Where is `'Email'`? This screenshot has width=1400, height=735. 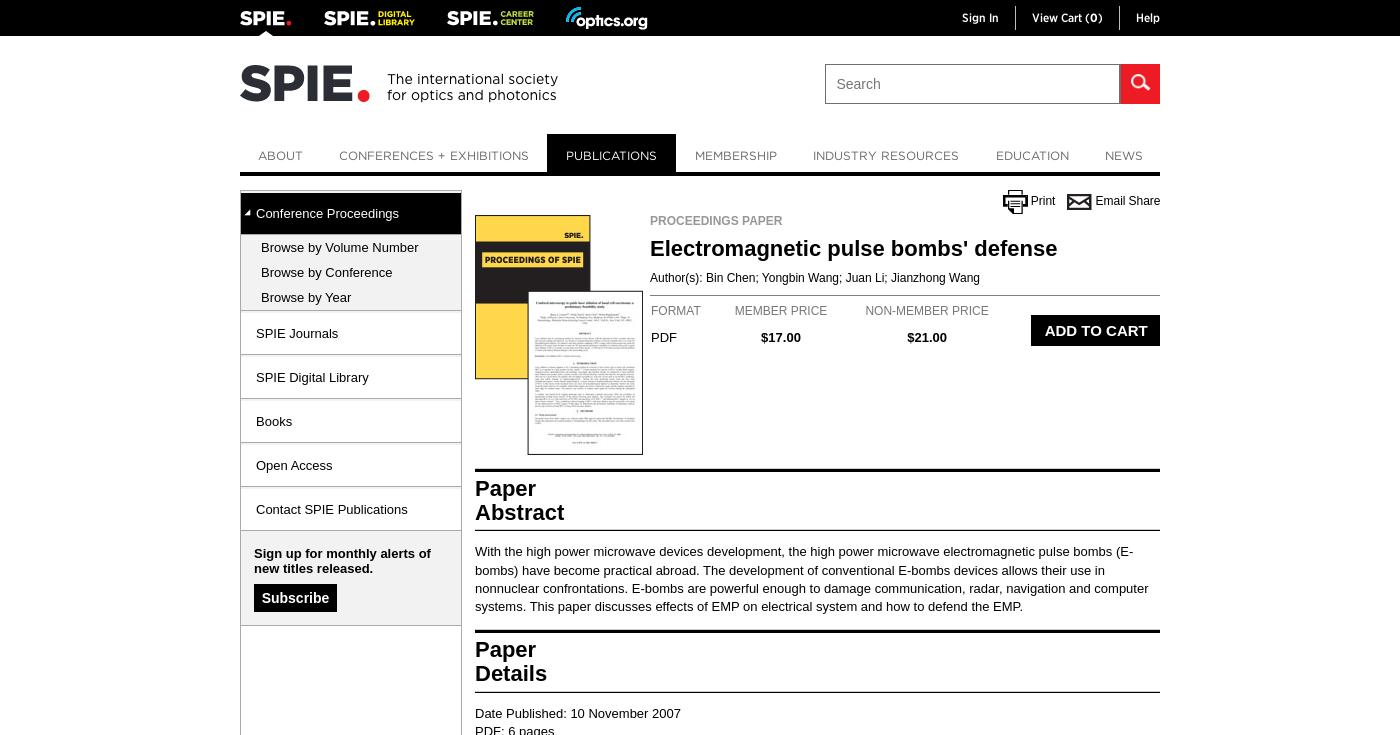 'Email' is located at coordinates (1110, 201).